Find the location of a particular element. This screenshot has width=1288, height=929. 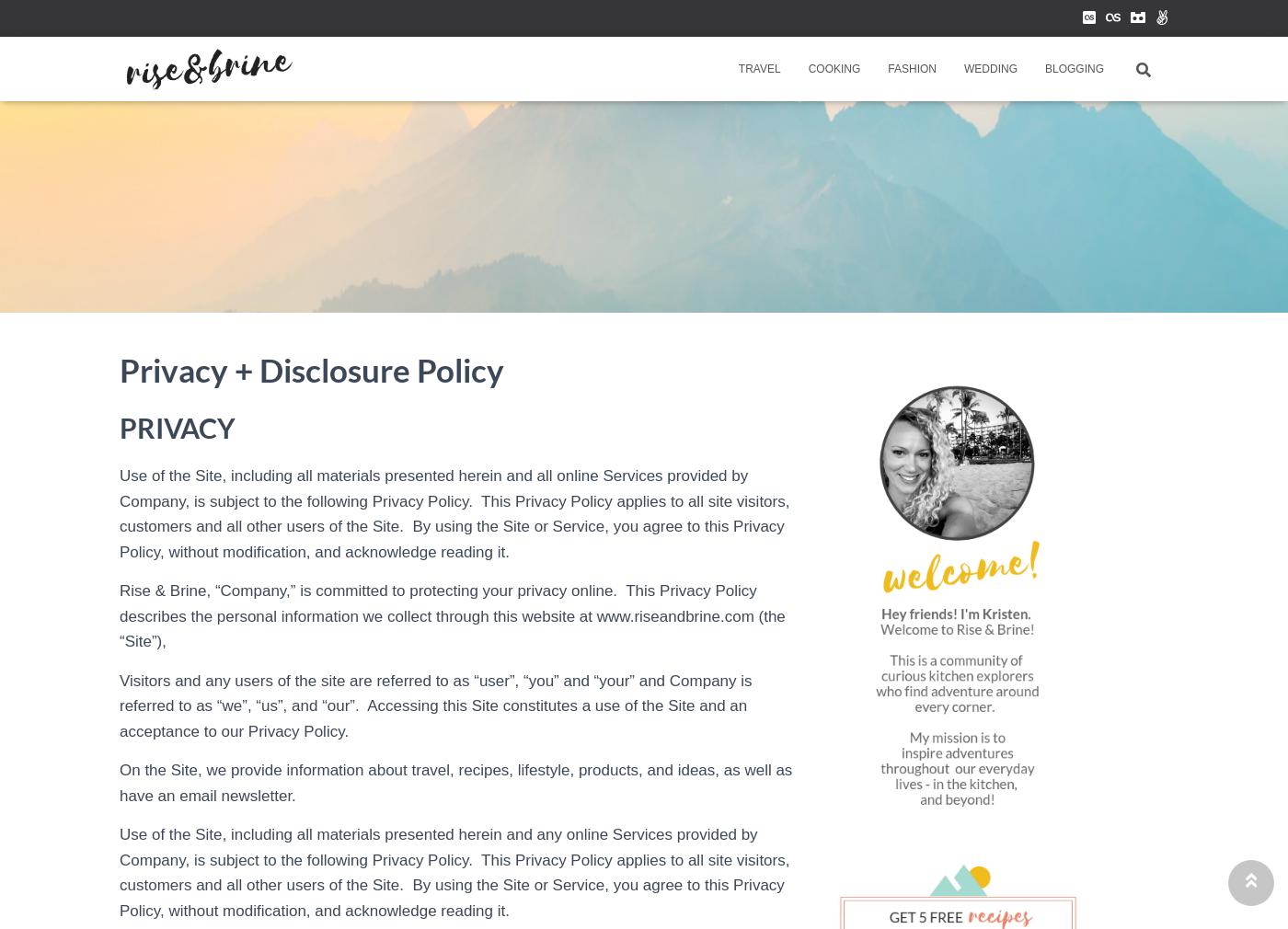

'Use of the Site, including all materials presented herein and any online Services provided by Company, is subject to the following Privacy Policy.  This Privacy Policy applies to all site visitors, customers and all other users of the Site.  By using the Site or Service, you agree to this Privacy Policy, without modification, and acknowledge reading it.' is located at coordinates (120, 872).